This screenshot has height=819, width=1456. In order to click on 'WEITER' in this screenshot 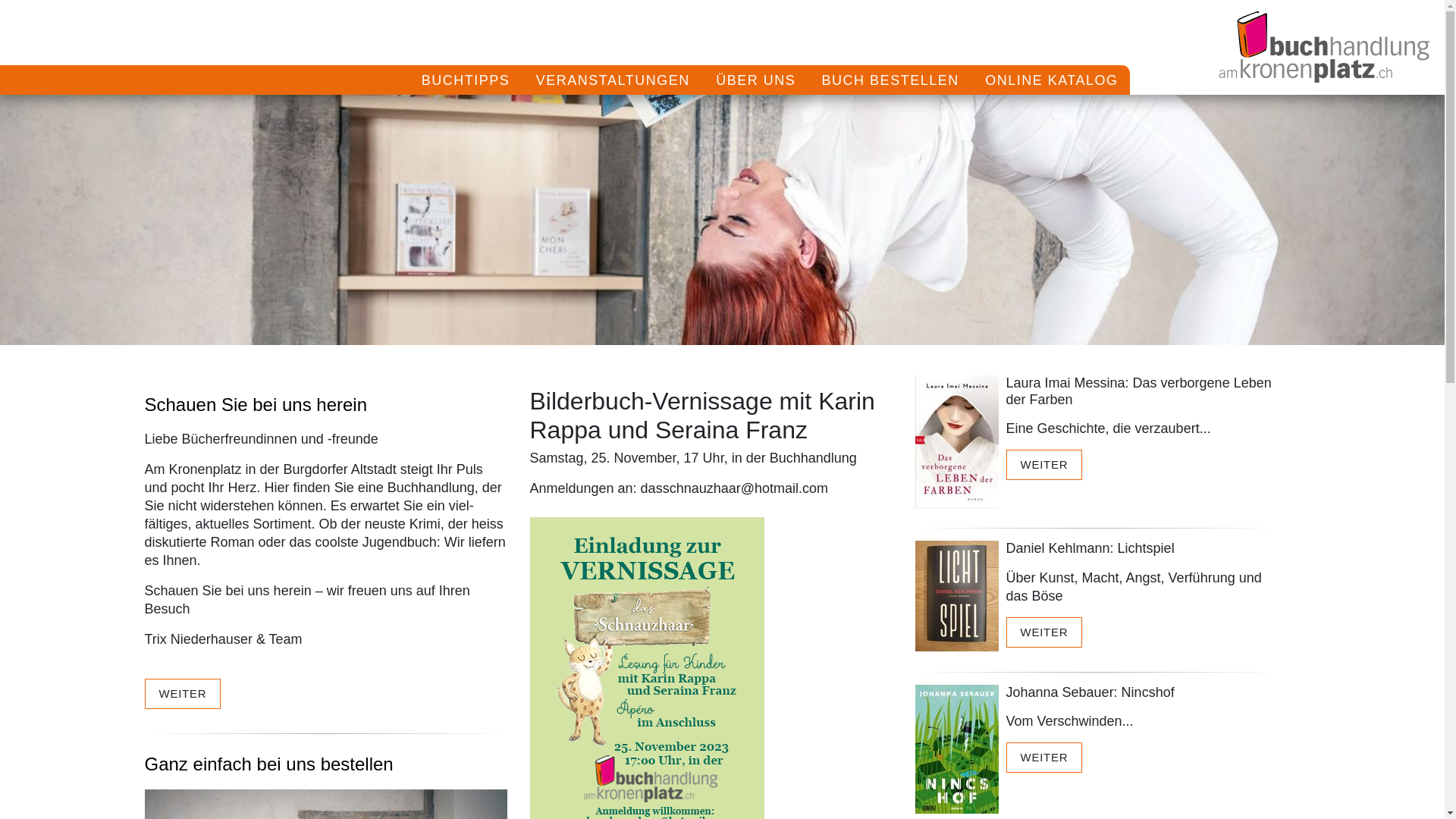, I will do `click(1043, 758)`.